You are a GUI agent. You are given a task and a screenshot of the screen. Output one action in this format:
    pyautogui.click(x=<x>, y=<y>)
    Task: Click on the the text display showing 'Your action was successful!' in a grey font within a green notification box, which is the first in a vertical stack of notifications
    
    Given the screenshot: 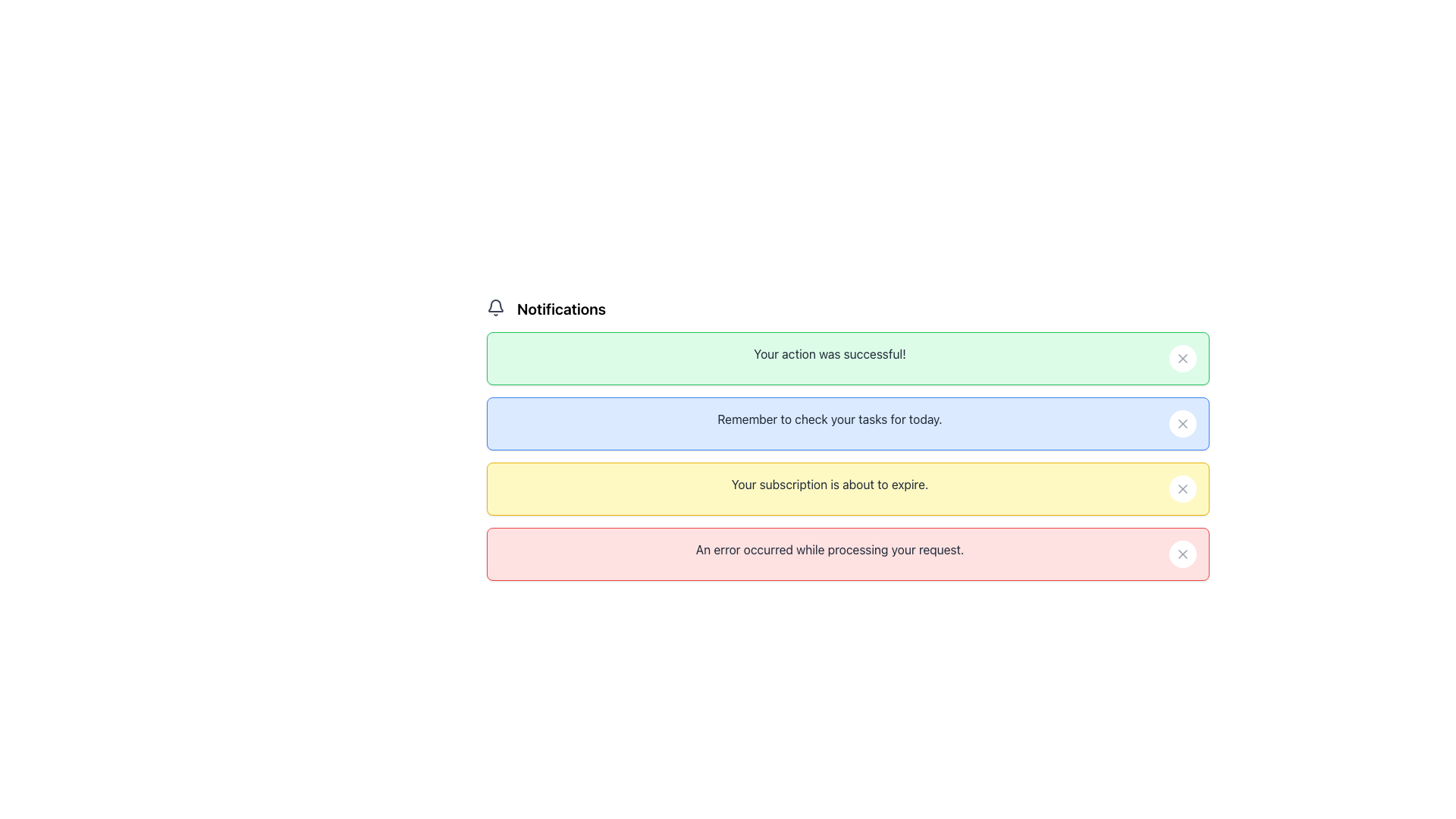 What is the action you would take?
    pyautogui.click(x=829, y=353)
    